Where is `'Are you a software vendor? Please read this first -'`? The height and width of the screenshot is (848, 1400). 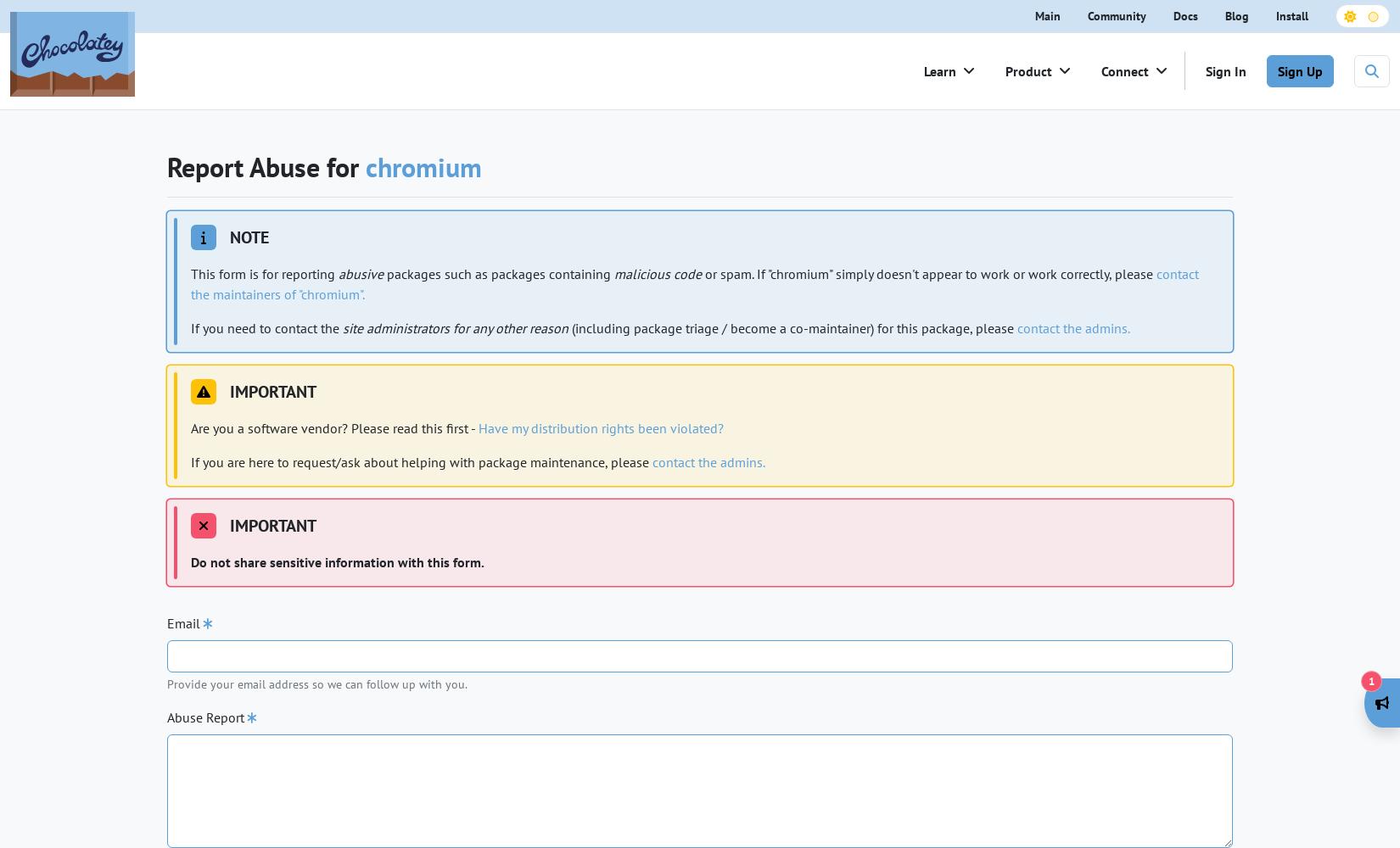
'Are you a software vendor? Please read this first -' is located at coordinates (334, 428).